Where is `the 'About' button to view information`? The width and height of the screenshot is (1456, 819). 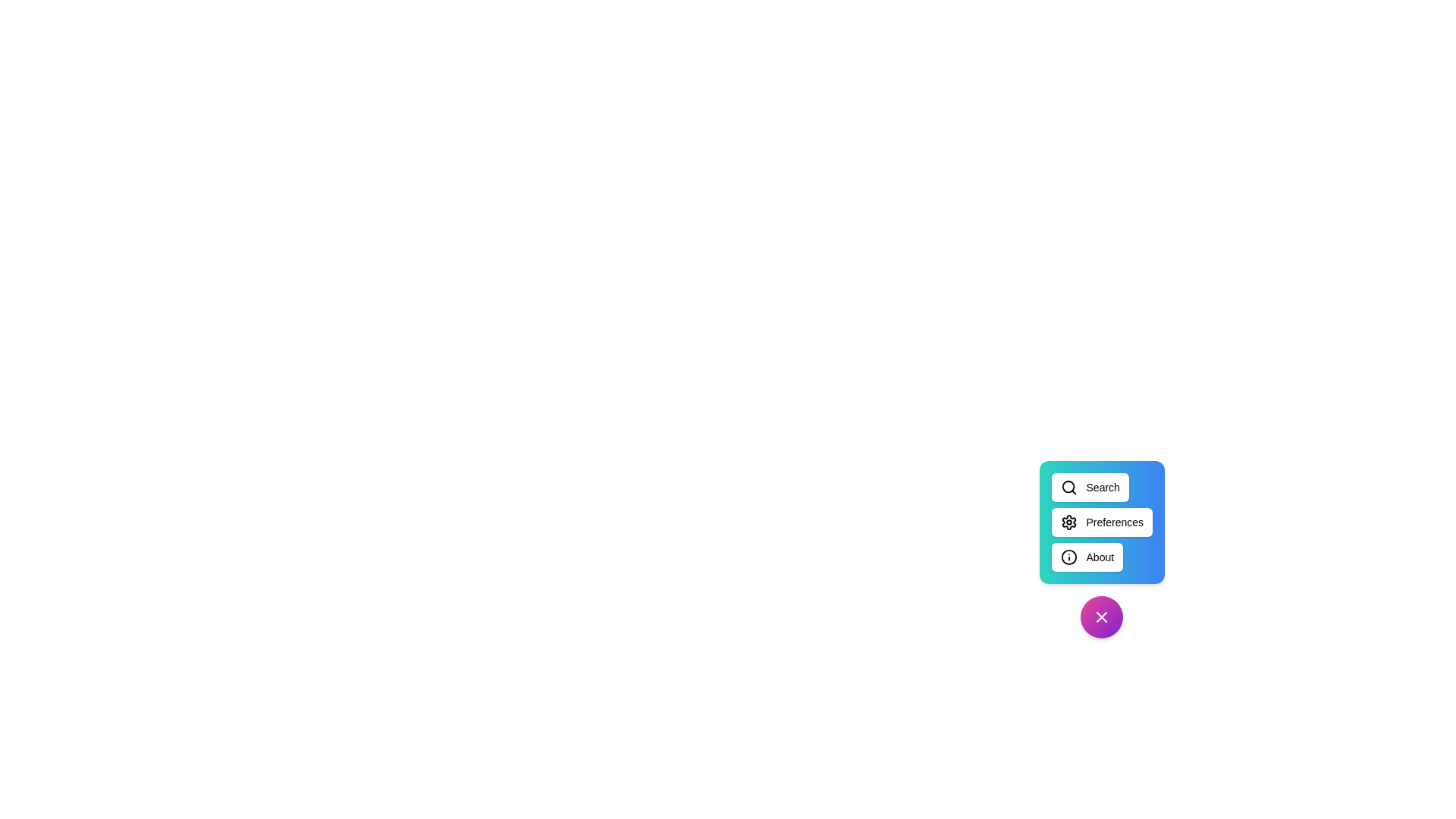
the 'About' button to view information is located at coordinates (1086, 557).